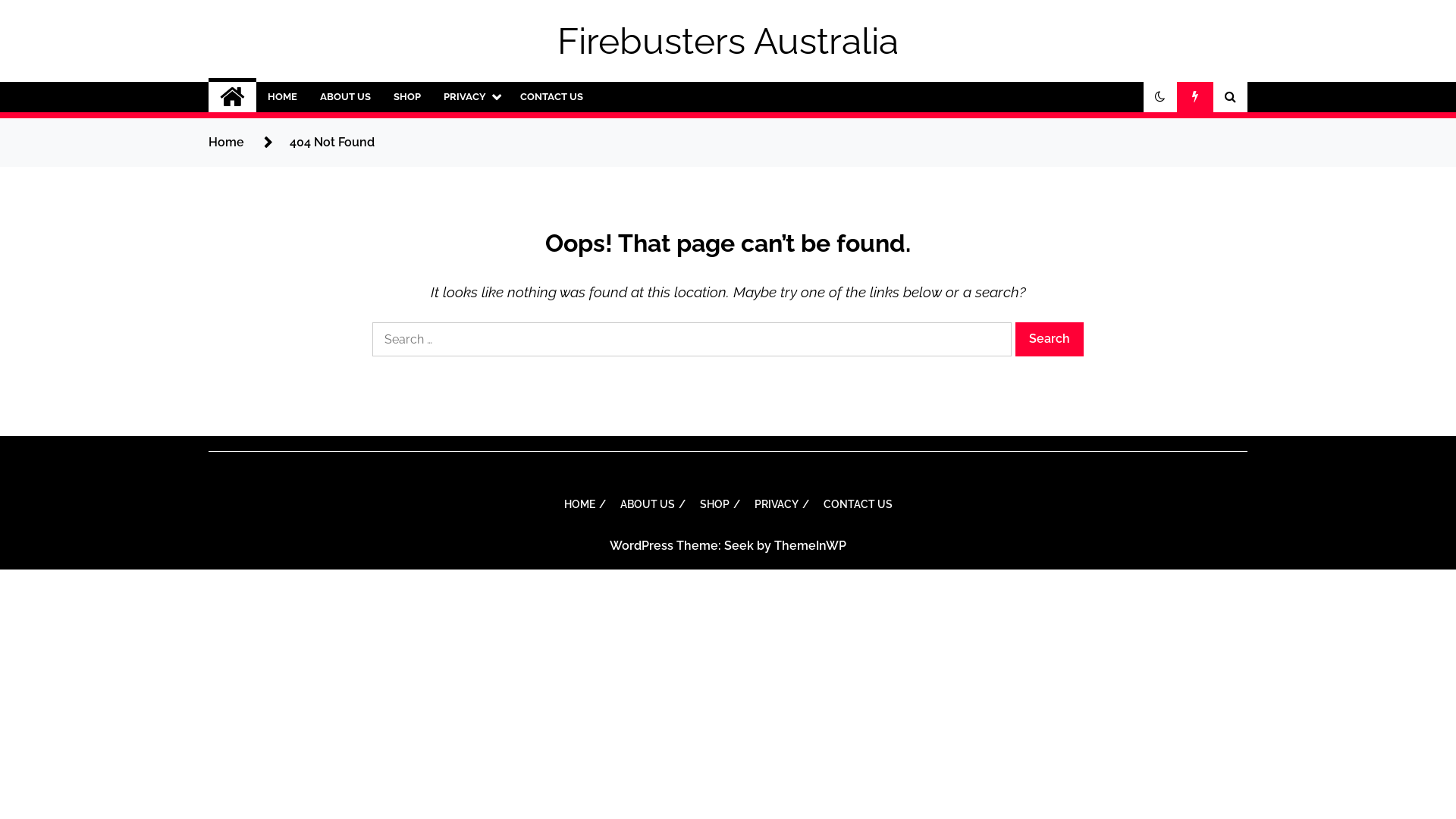 This screenshot has width=1456, height=819. What do you see at coordinates (745, 504) in the screenshot?
I see `'PRIVACY'` at bounding box center [745, 504].